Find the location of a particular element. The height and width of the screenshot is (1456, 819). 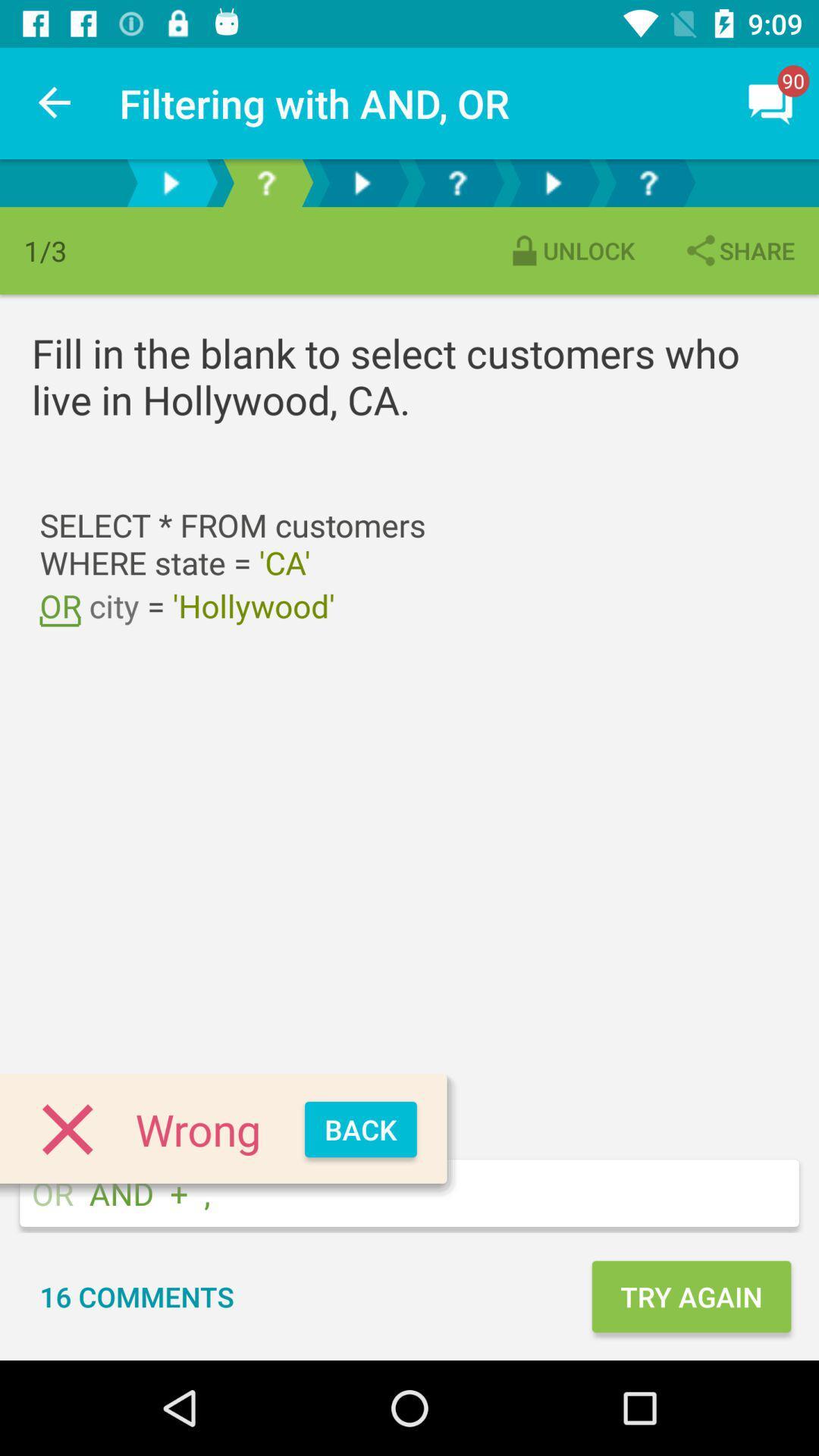

item next to filtering with and item is located at coordinates (55, 102).